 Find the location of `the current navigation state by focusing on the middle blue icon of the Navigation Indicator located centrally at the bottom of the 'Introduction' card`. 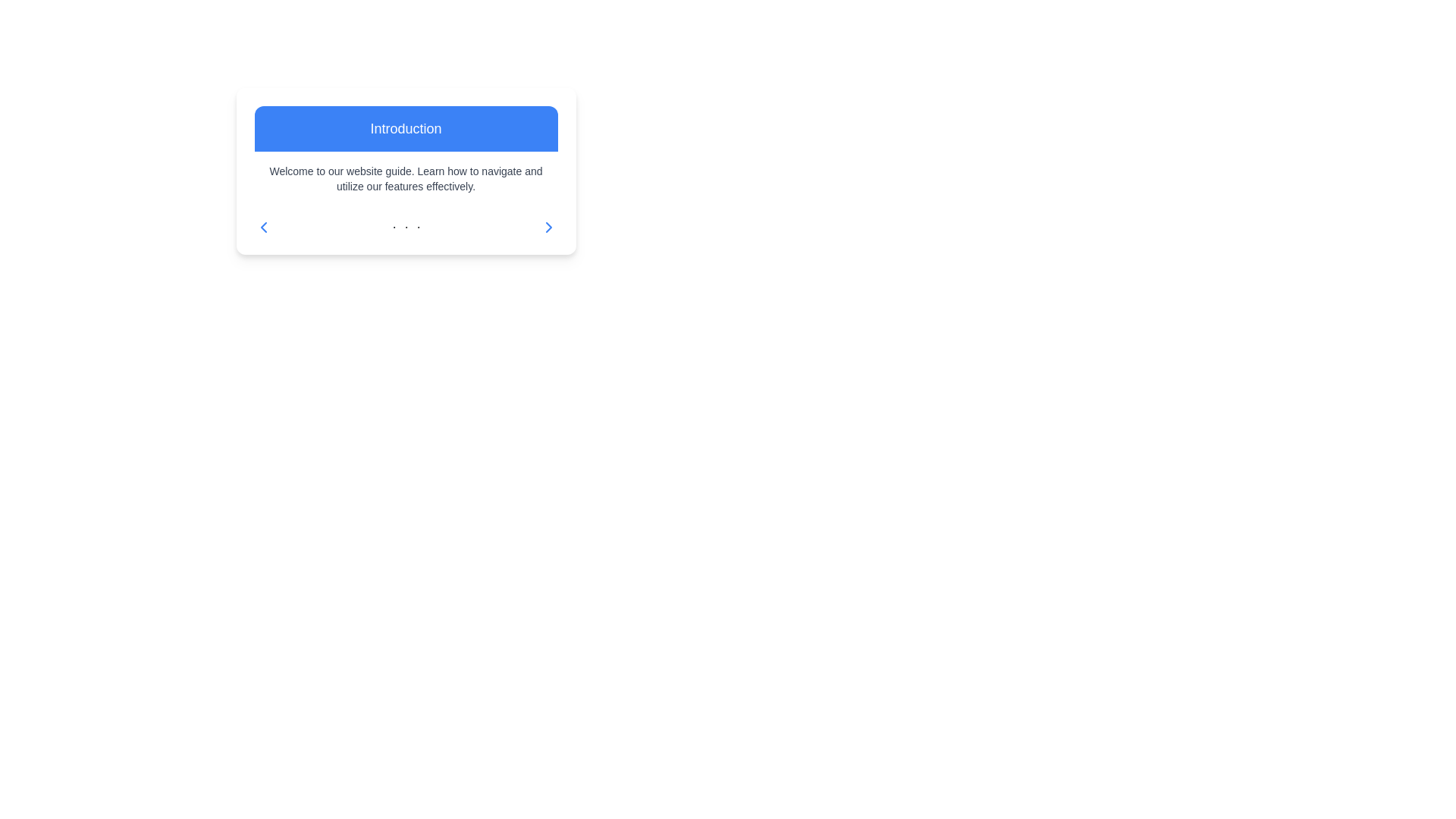

the current navigation state by focusing on the middle blue icon of the Navigation Indicator located centrally at the bottom of the 'Introduction' card is located at coordinates (406, 227).